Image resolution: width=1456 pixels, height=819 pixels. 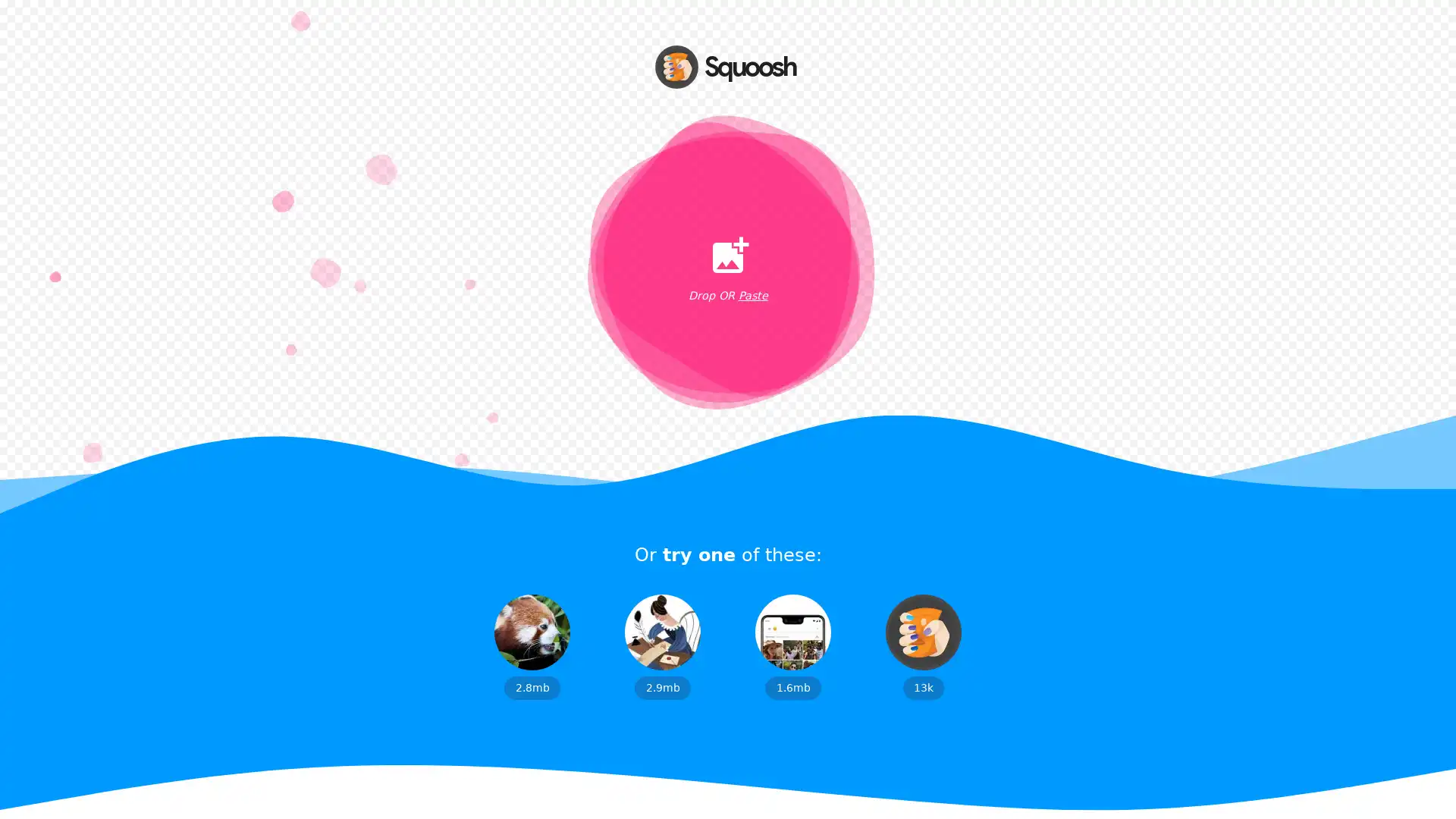 I want to click on Artwork 2.9mb, so click(x=662, y=646).